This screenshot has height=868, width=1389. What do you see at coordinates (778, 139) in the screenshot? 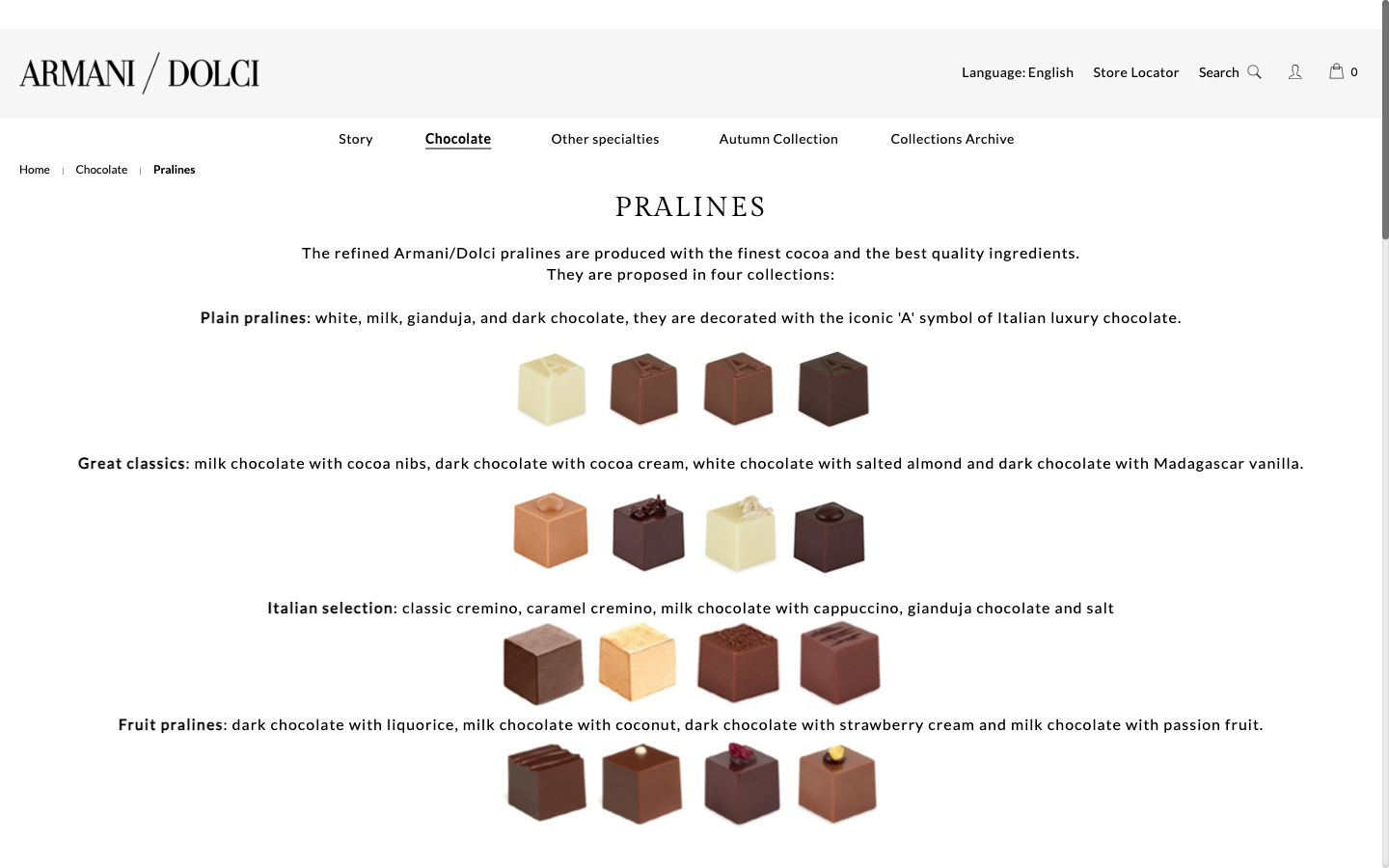
I see `Redirect to the autumn collection of chocolates` at bounding box center [778, 139].